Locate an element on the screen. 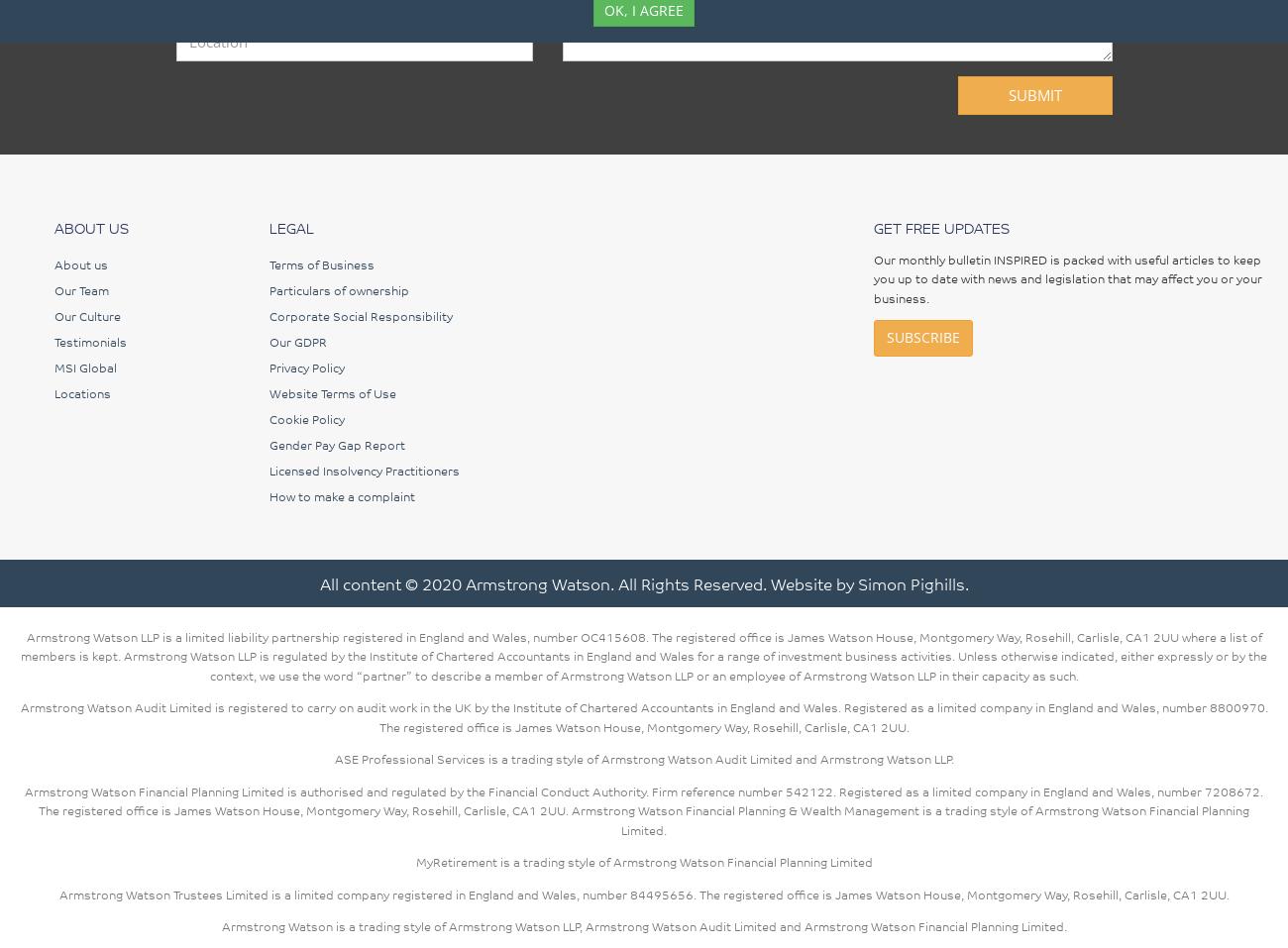 The image size is (1288, 948). 'How to make a complaint' is located at coordinates (340, 494).